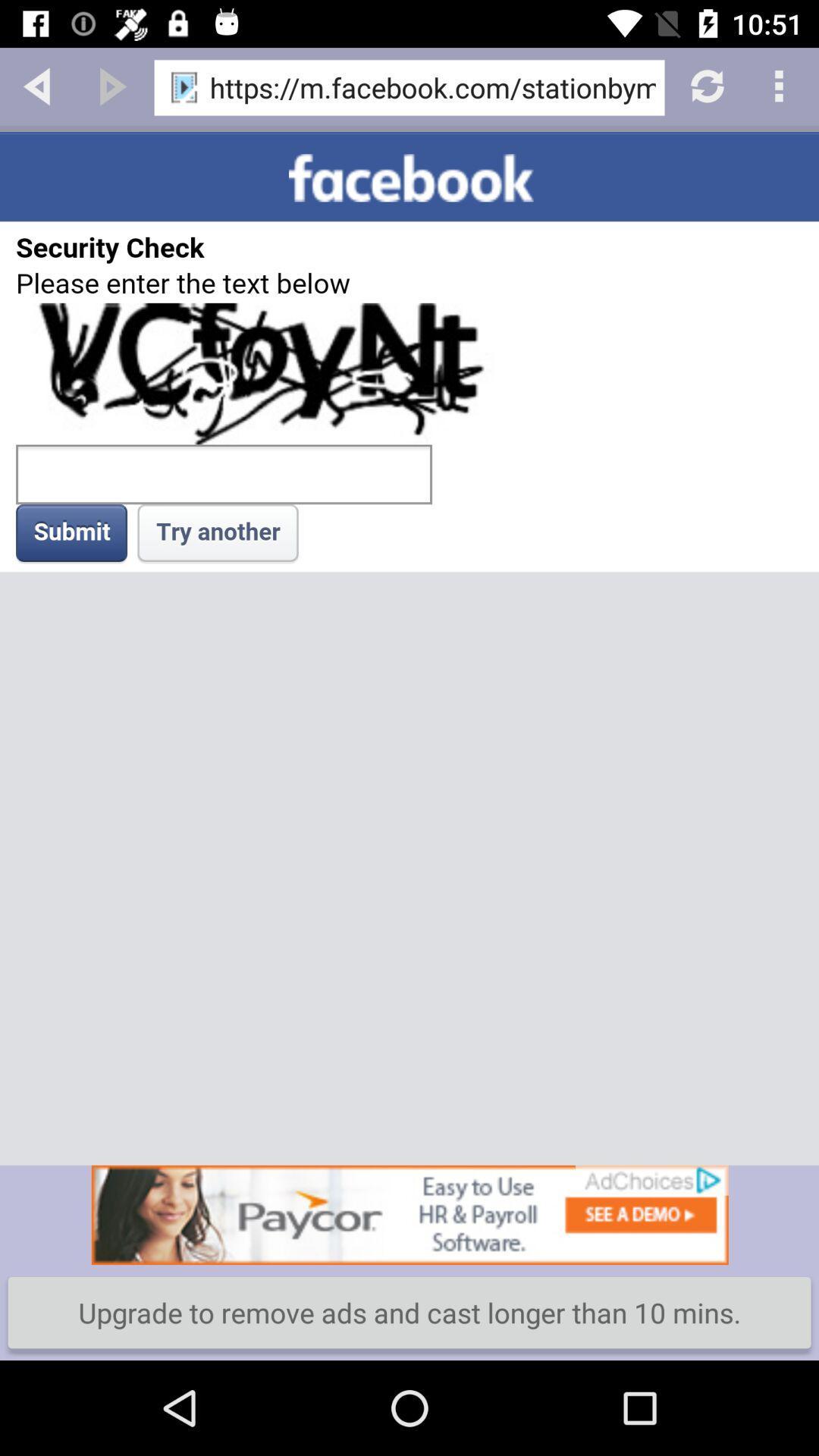 This screenshot has height=1456, width=819. I want to click on go forward, so click(112, 84).